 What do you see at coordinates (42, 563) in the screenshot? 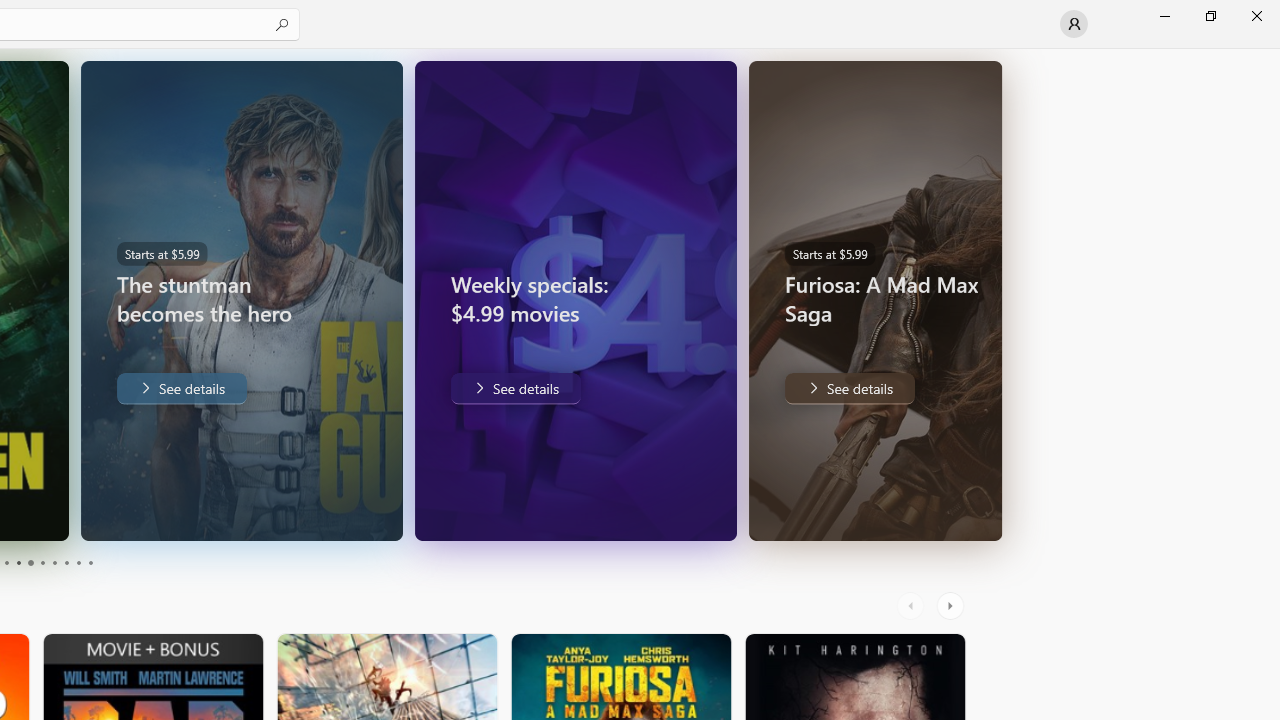
I see `'Page 6'` at bounding box center [42, 563].